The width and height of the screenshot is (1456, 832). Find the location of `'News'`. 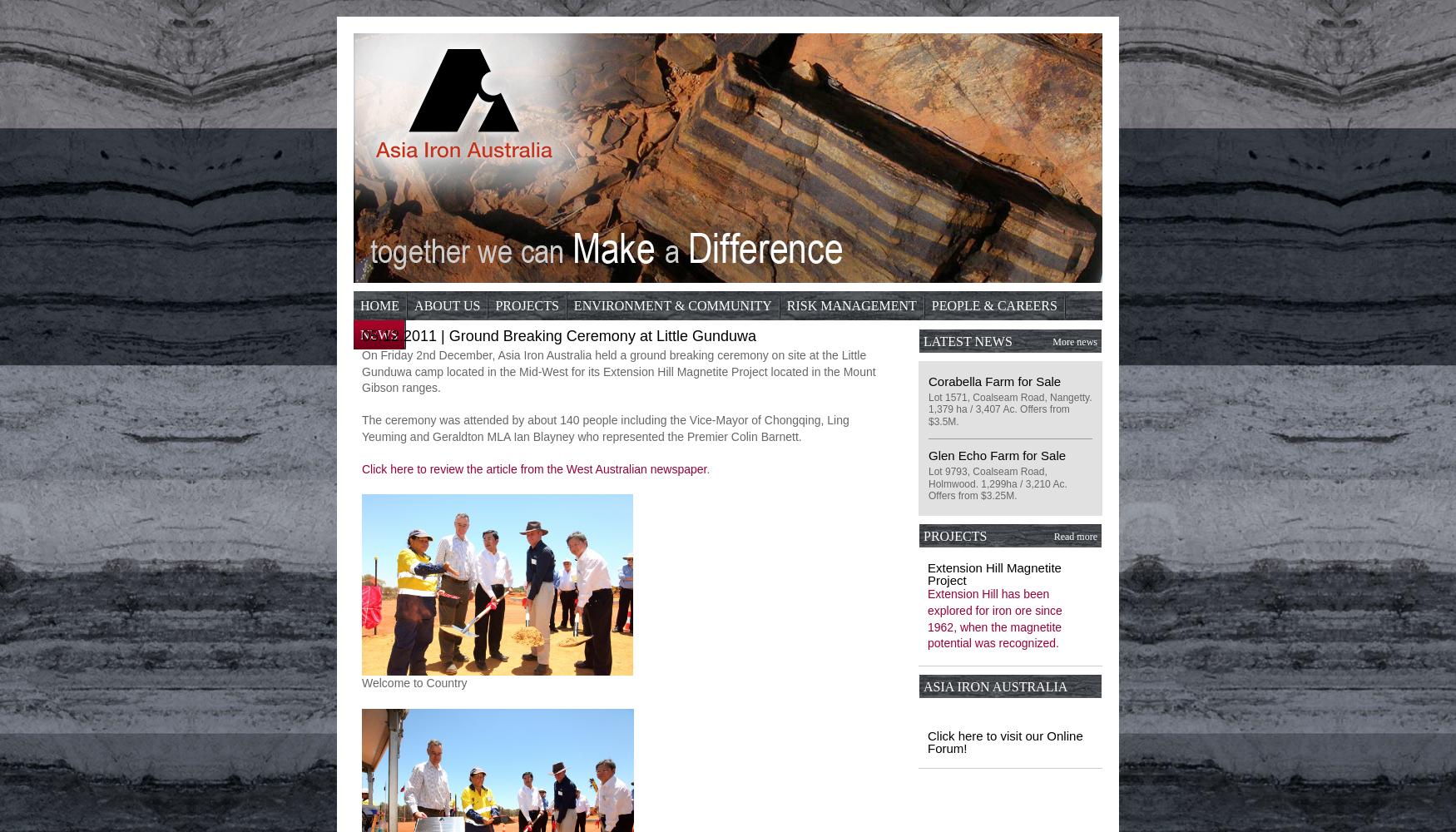

'News' is located at coordinates (379, 334).